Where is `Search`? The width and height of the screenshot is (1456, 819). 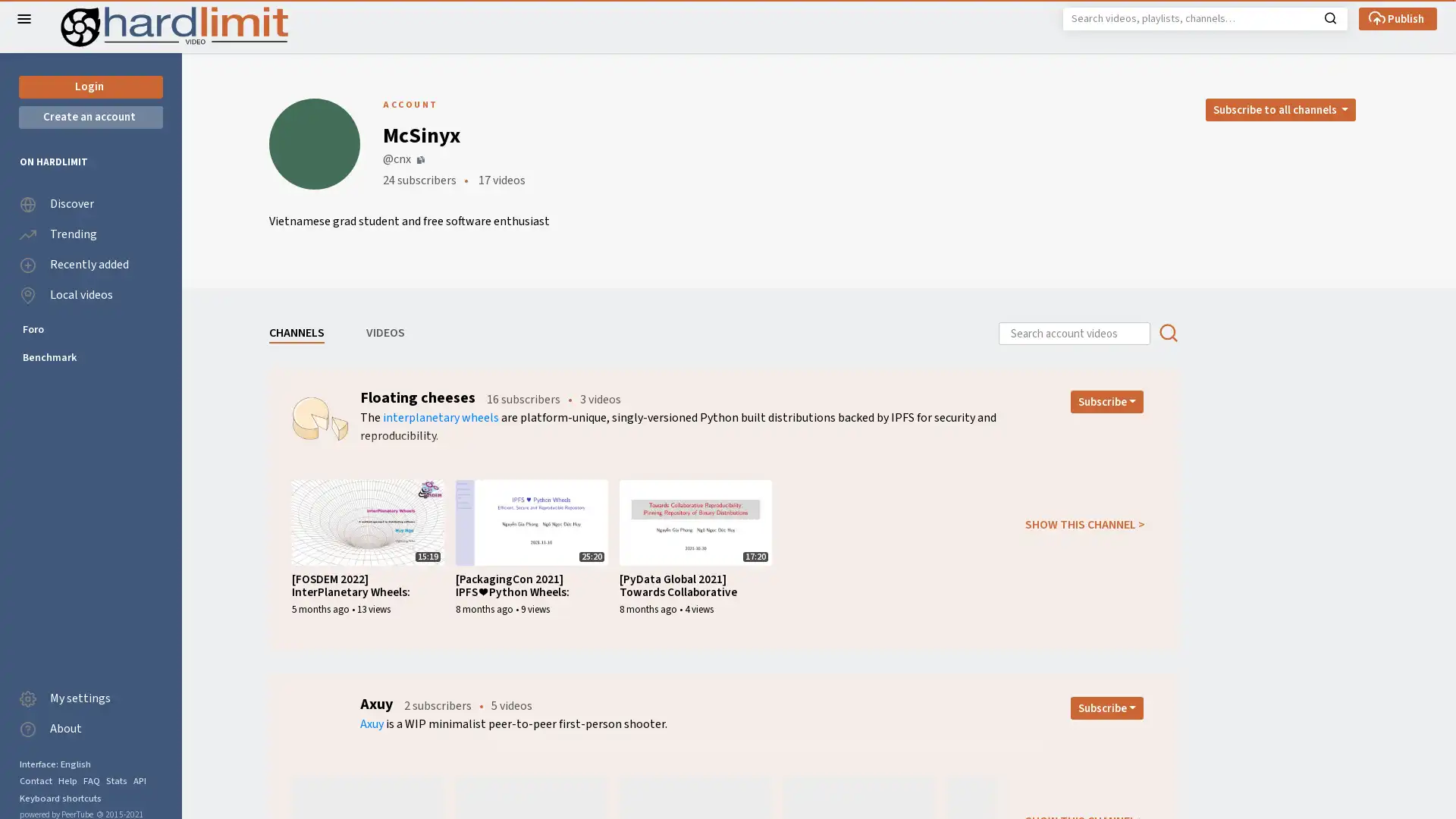 Search is located at coordinates (1167, 332).